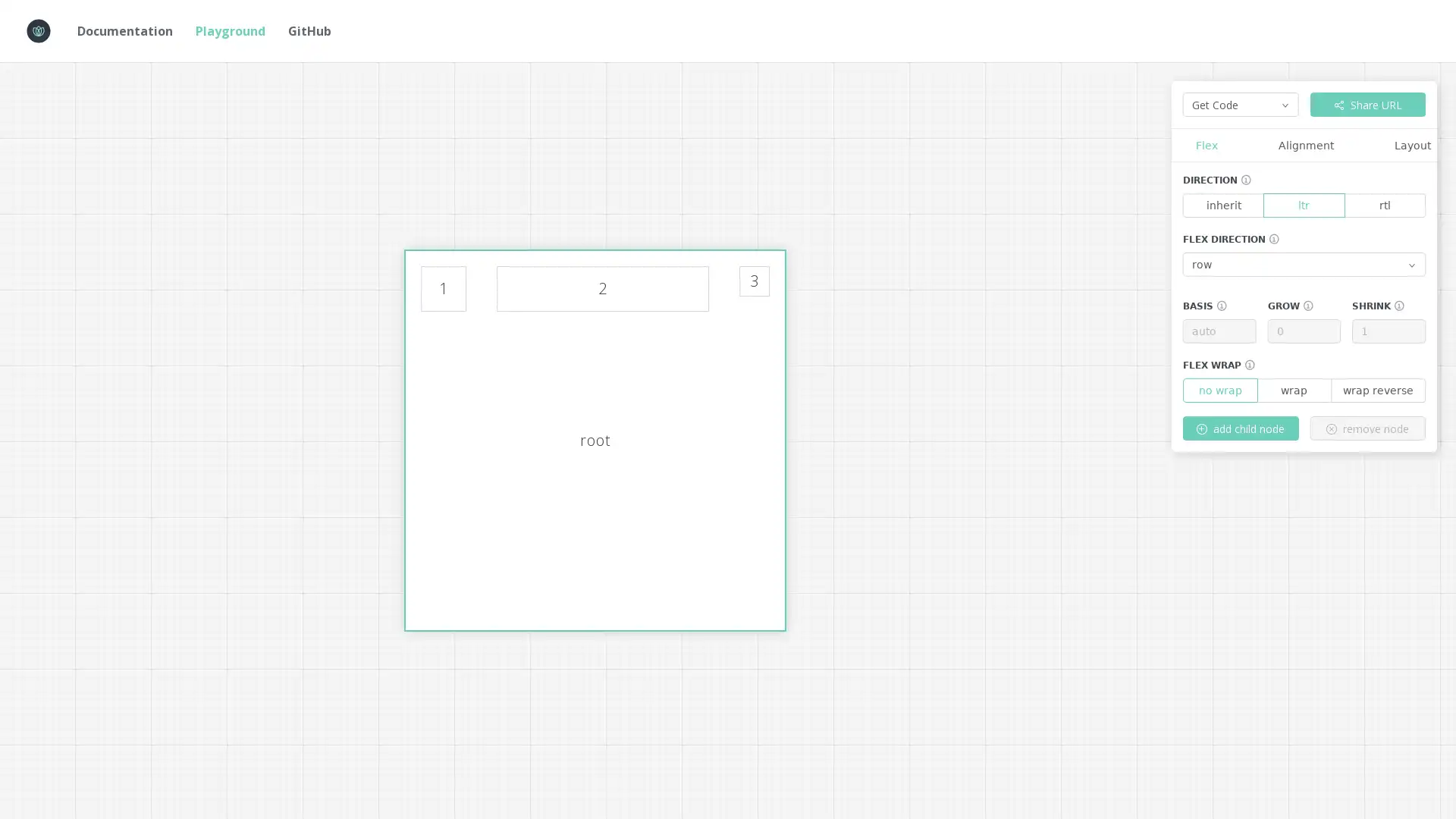 The width and height of the screenshot is (1456, 819). I want to click on Share URL, so click(1367, 104).